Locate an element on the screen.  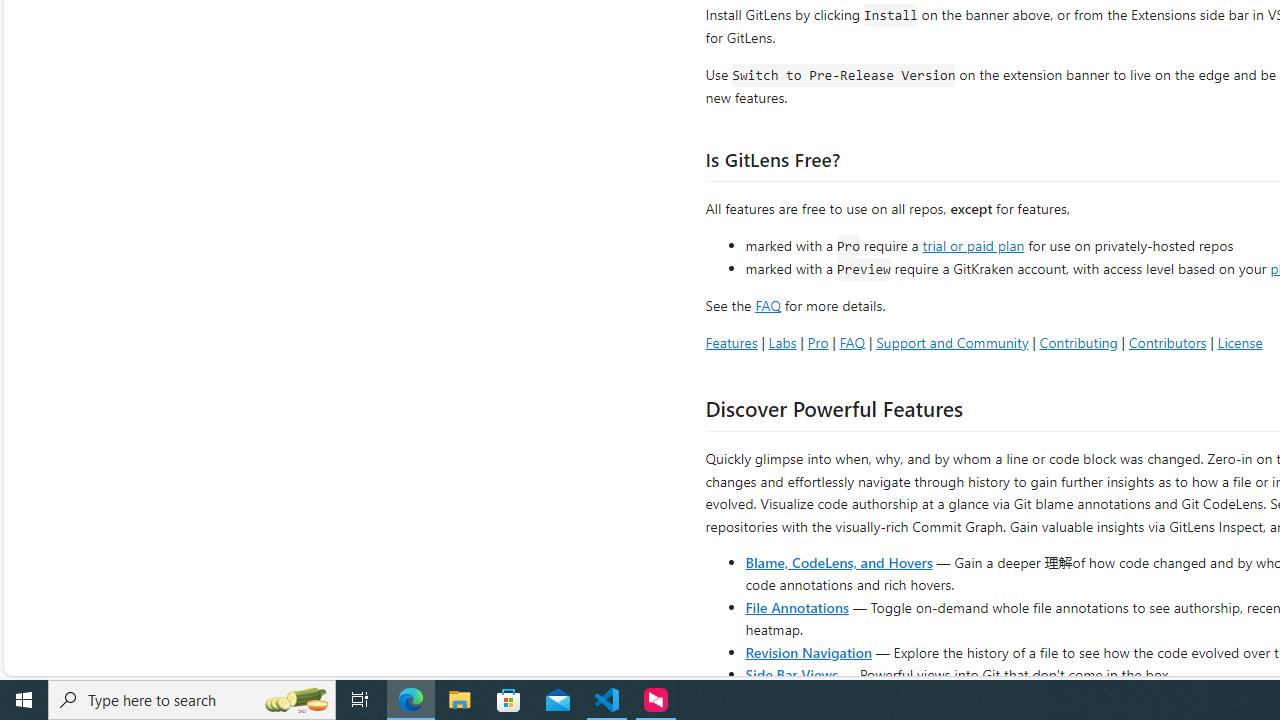
'License' is located at coordinates (1239, 341).